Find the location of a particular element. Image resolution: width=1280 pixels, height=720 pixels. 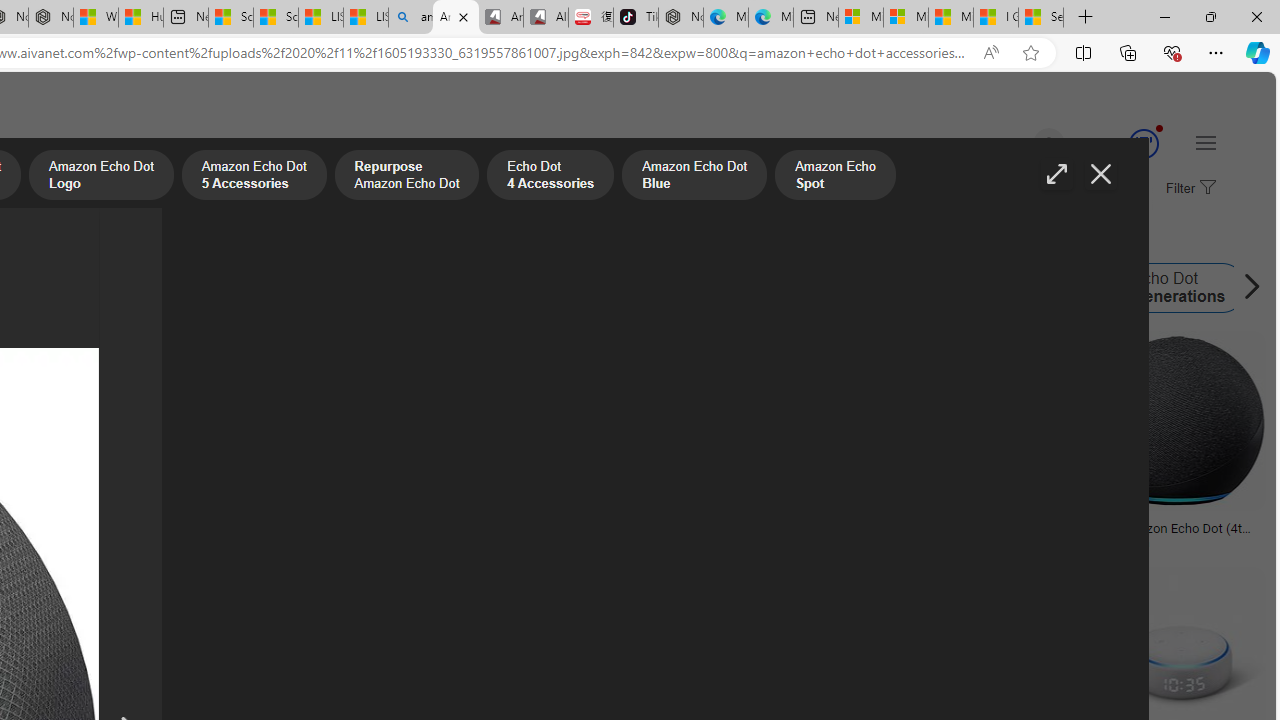

'I Gained 20 Pounds of Muscle in 30 Days! | Watch' is located at coordinates (995, 17).